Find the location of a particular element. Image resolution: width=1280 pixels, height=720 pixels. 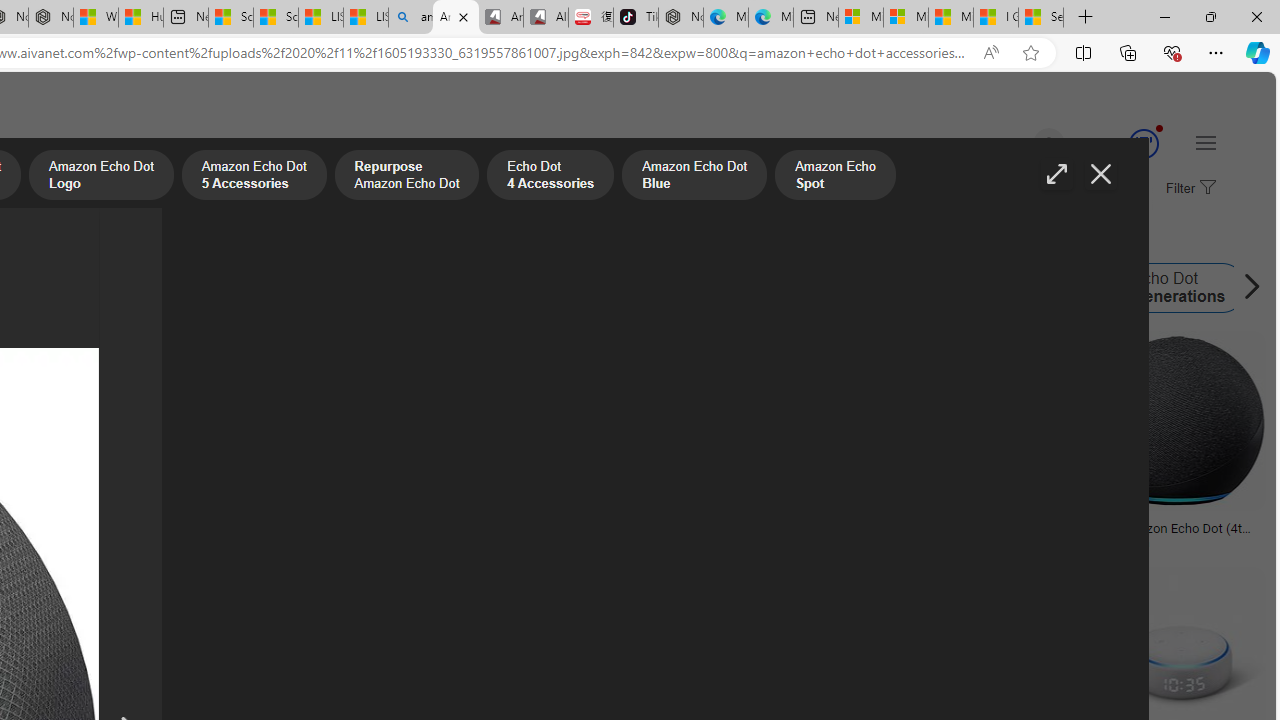

'I Gained 20 Pounds of Muscle in 30 Days! | Watch' is located at coordinates (995, 17).